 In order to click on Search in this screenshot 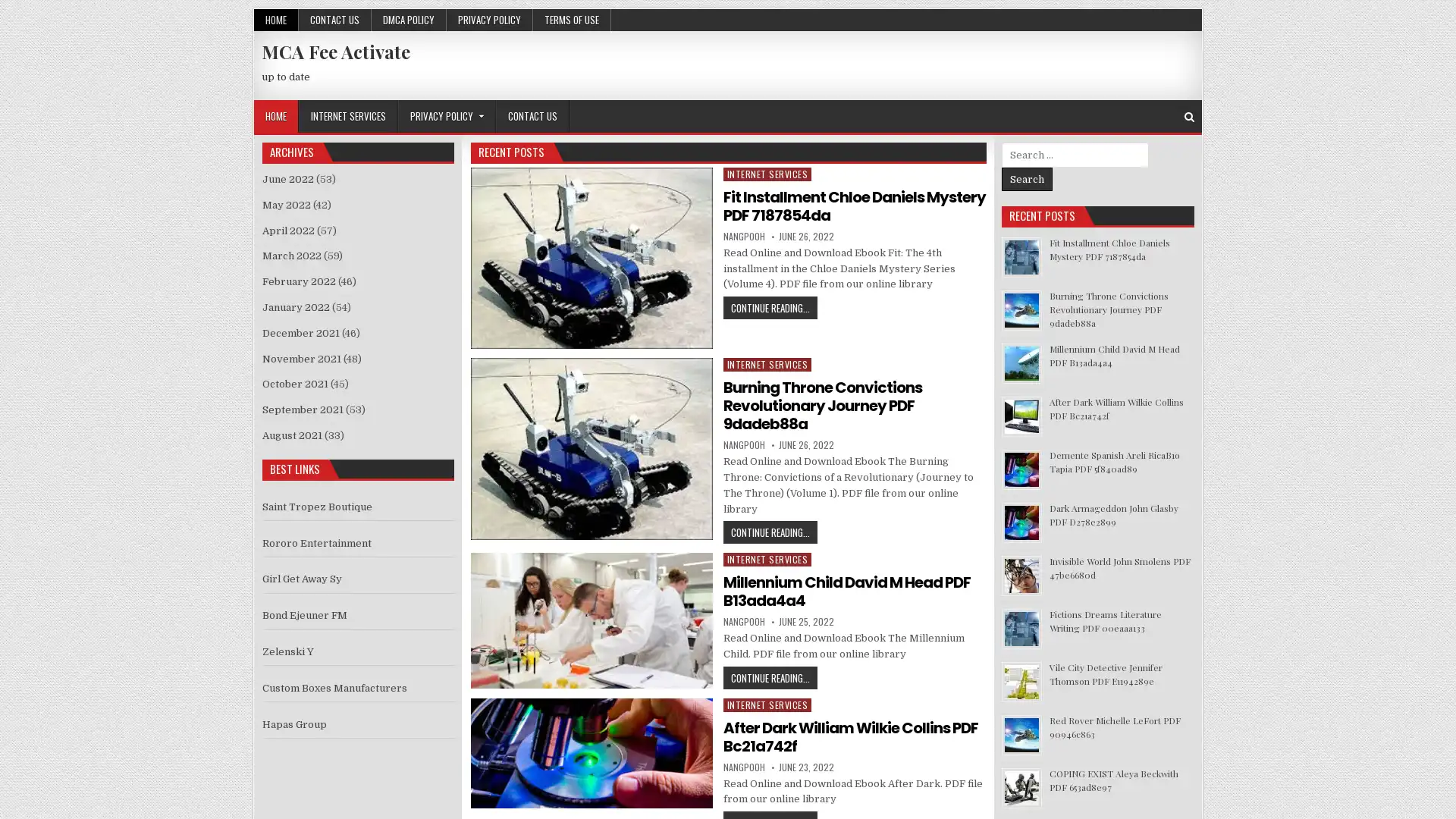, I will do `click(1027, 178)`.